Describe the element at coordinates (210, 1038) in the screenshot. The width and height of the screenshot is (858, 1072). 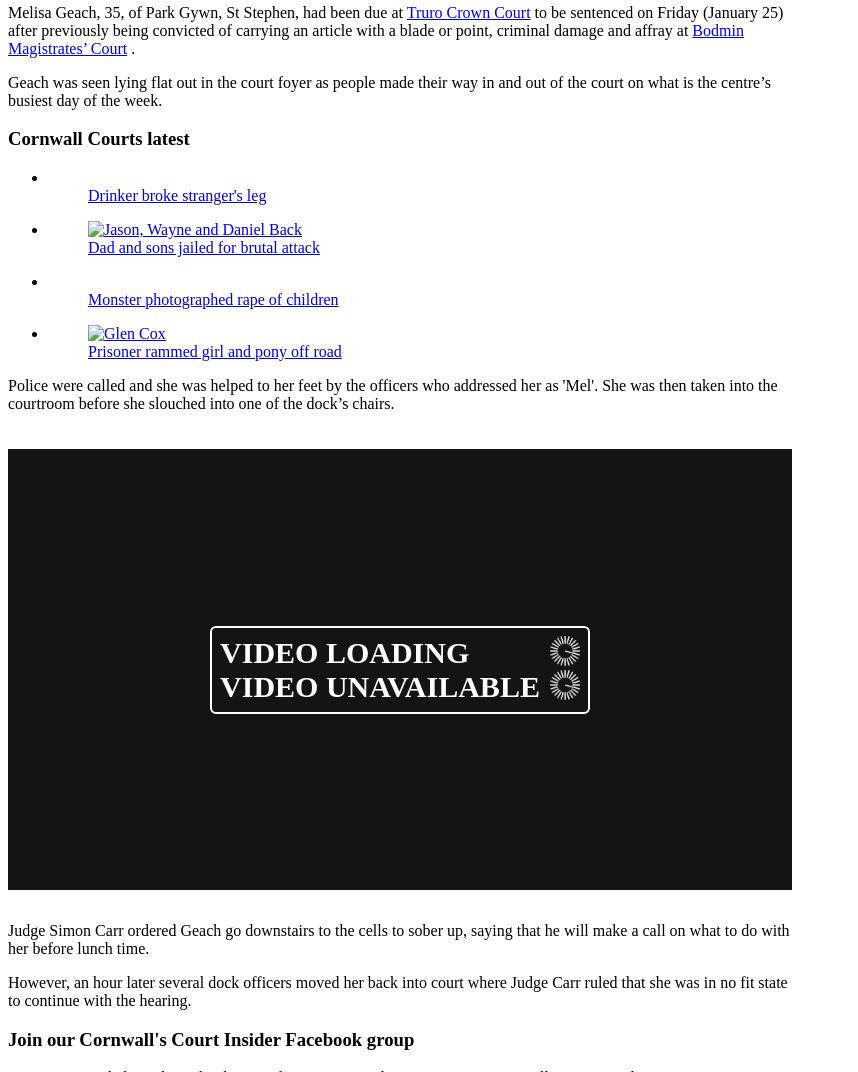
I see `'Join our Cornwall's Court Insider Facebook group'` at that location.